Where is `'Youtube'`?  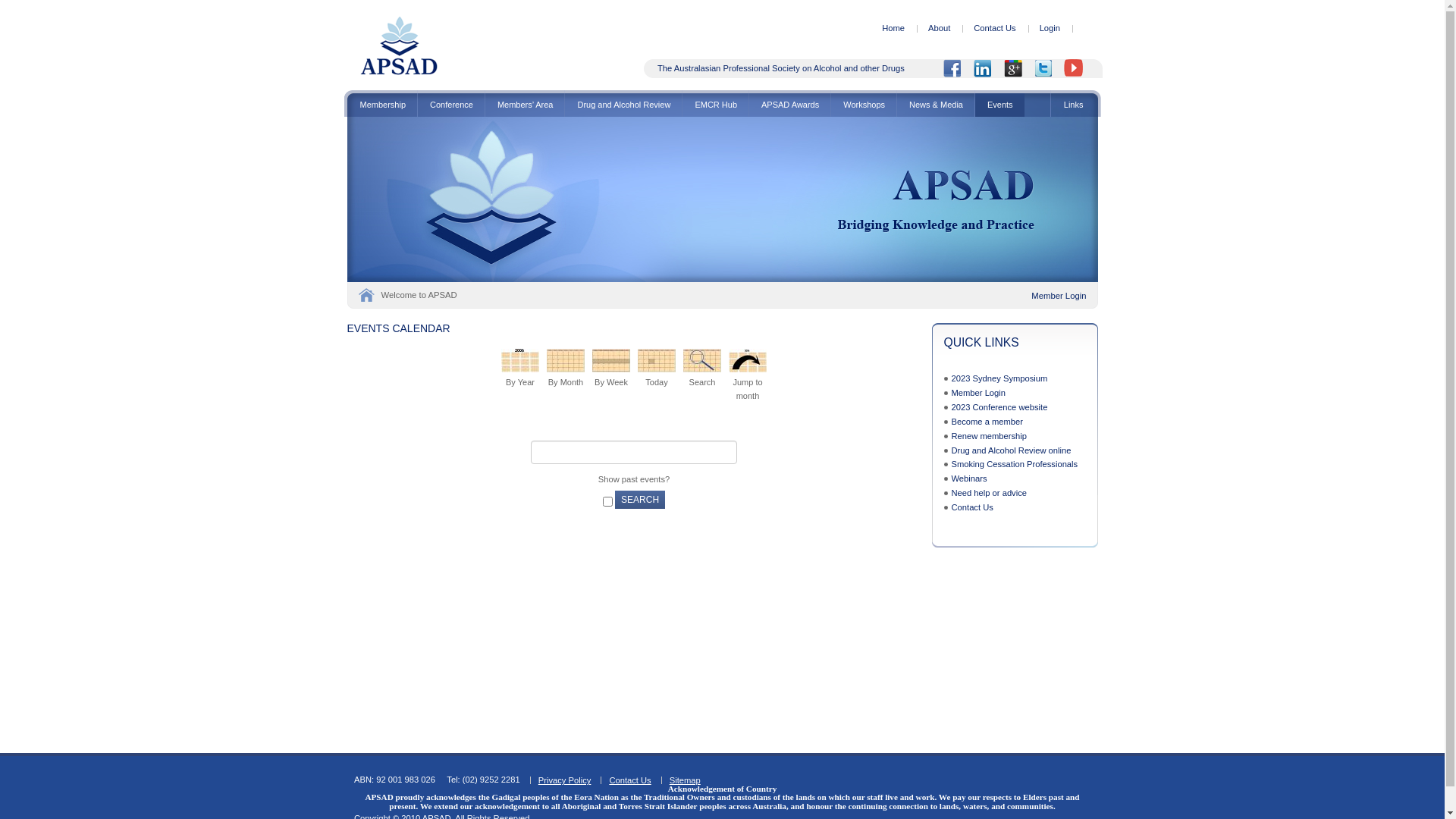
'Youtube' is located at coordinates (1078, 68).